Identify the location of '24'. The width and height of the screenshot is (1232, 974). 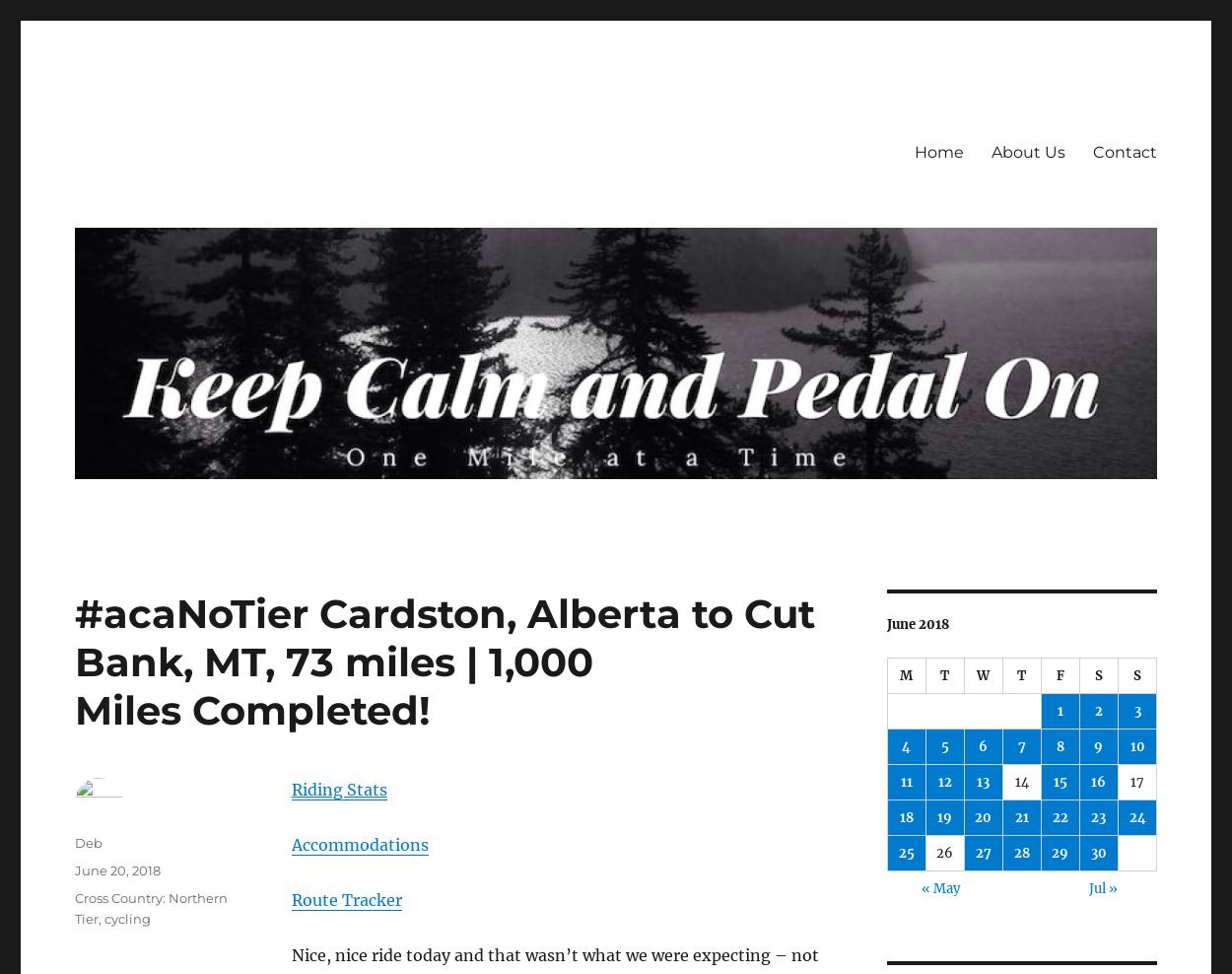
(1136, 817).